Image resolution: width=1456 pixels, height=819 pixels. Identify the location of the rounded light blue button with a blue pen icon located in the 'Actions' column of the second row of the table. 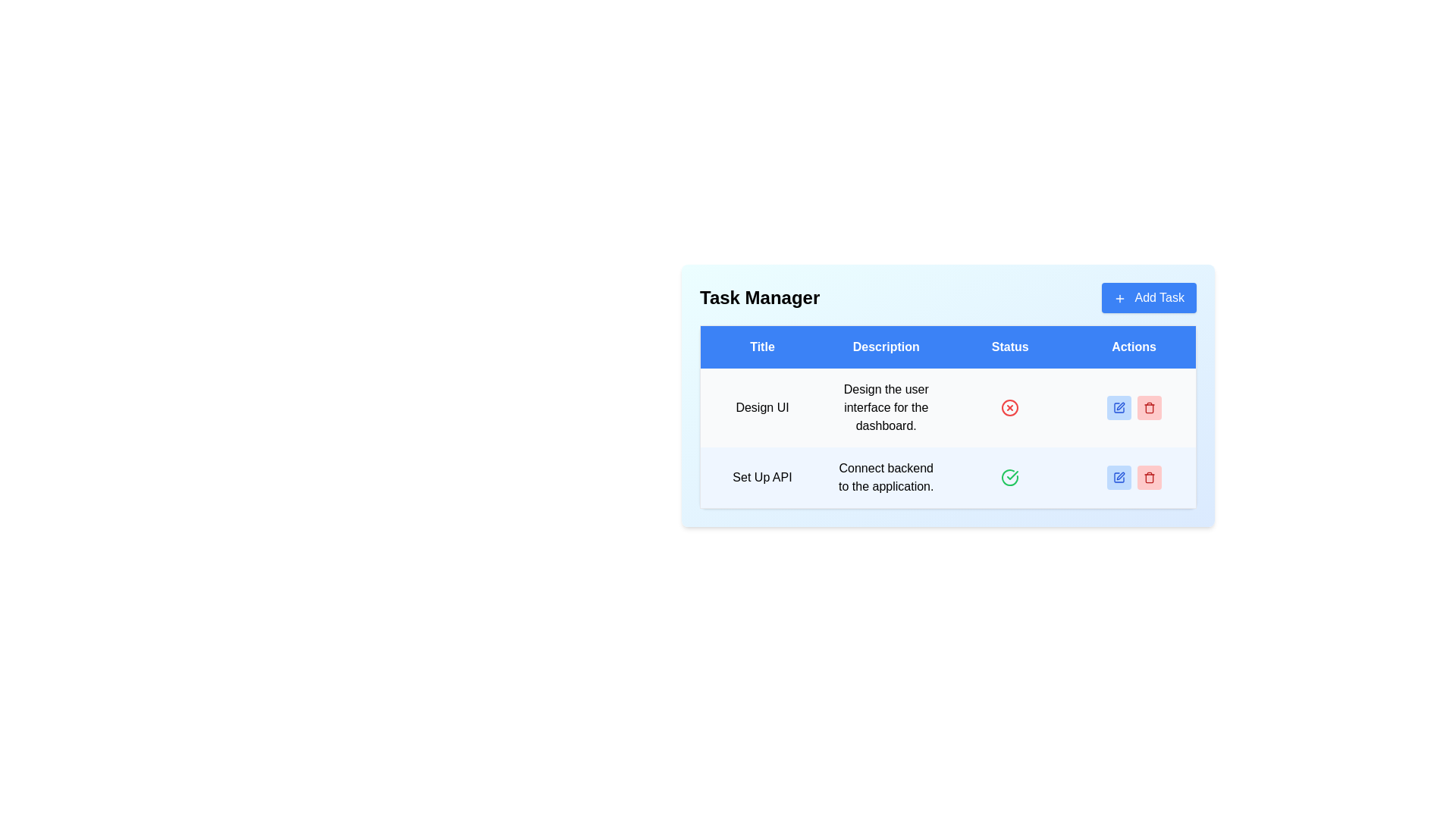
(1119, 476).